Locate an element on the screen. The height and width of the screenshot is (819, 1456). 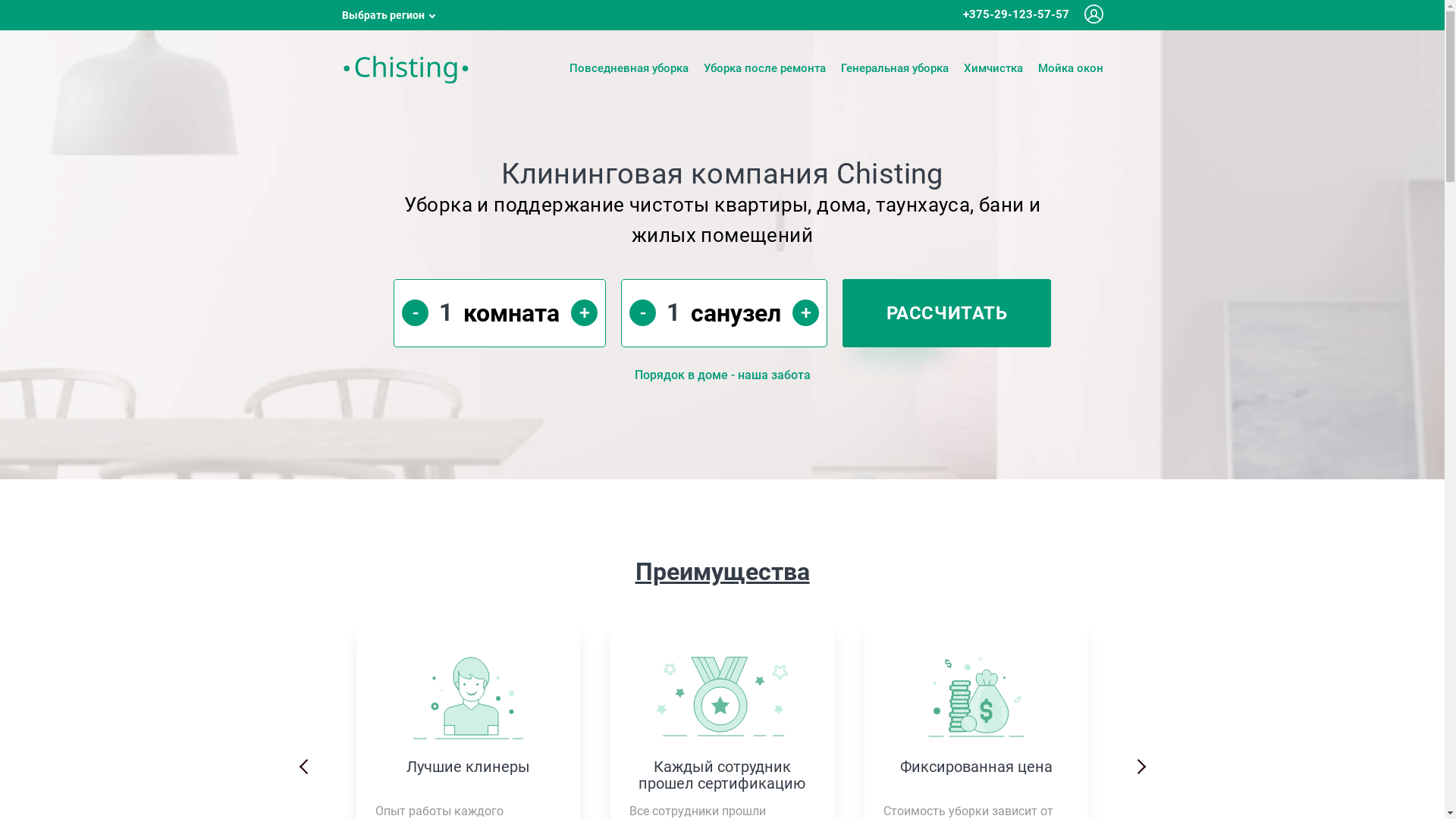
'+' is located at coordinates (792, 312).